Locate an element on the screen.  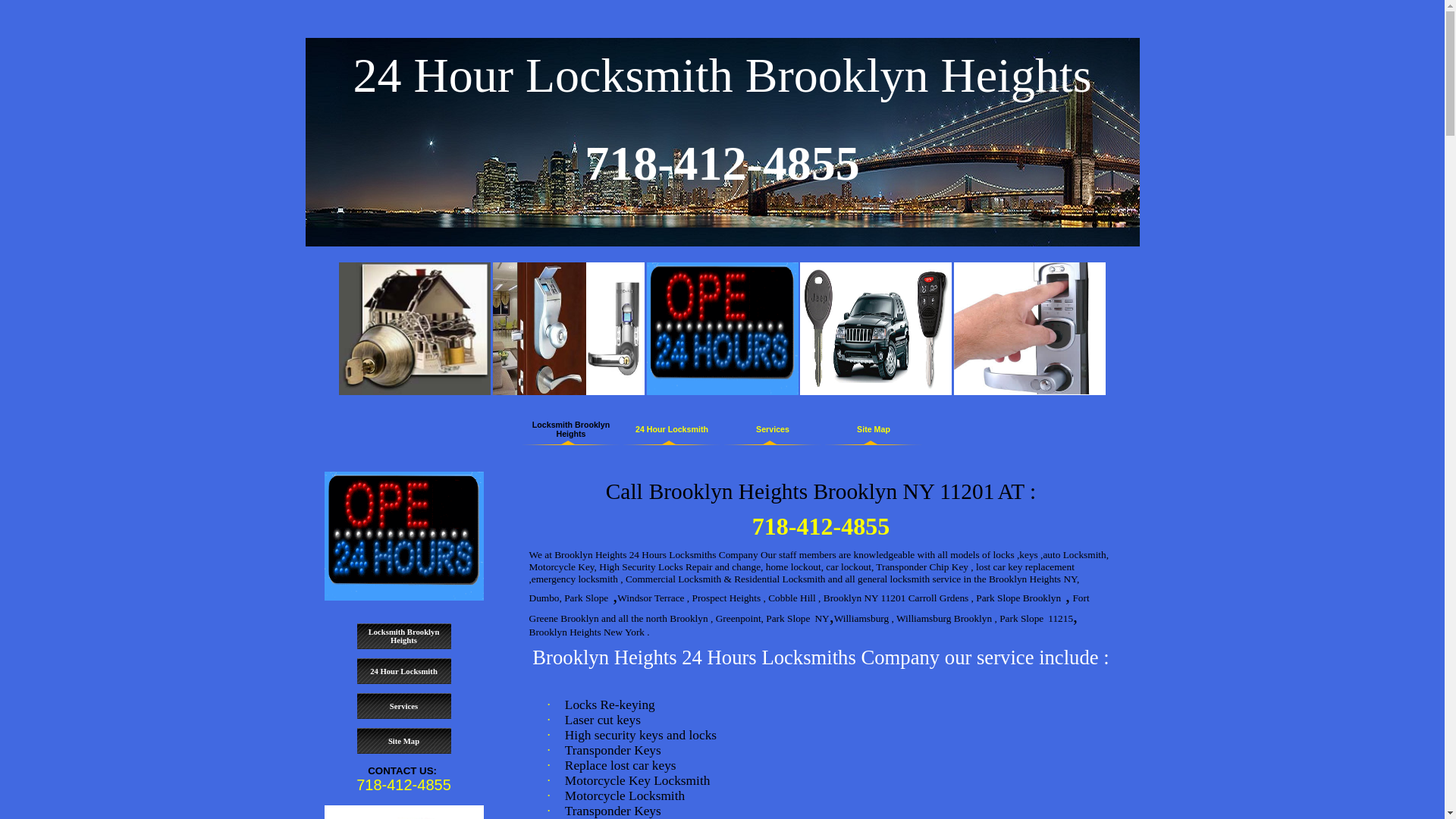
'Locksmith Service Company in Brooklyn Heights Brooklyn ' is located at coordinates (492, 328).